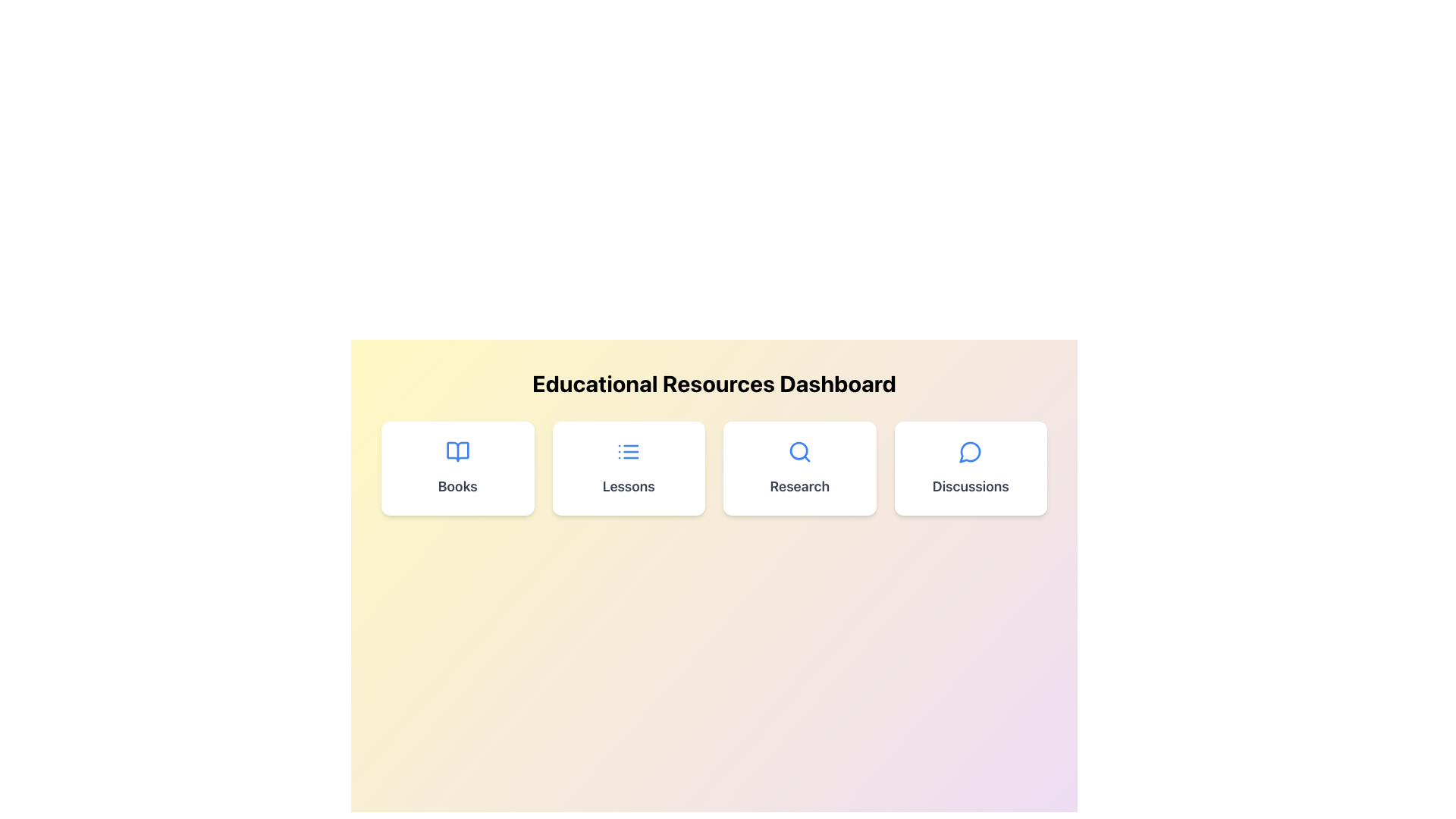 The width and height of the screenshot is (1456, 819). Describe the element at coordinates (799, 467) in the screenshot. I see `the 'Research' card element, which is a rectangular card with rounded corners and features a magnifying glass icon at the top` at that location.